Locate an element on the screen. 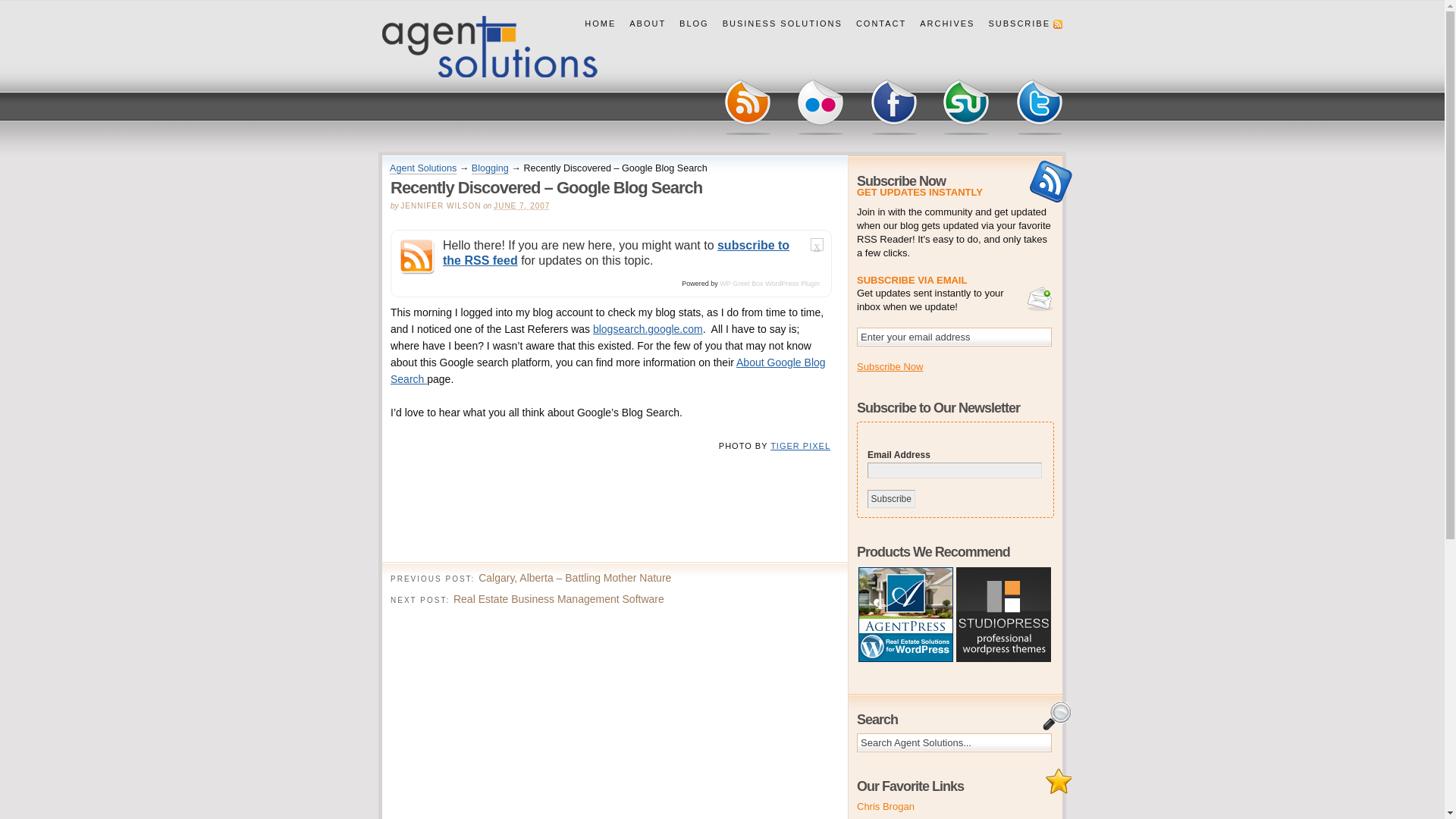  'TIGER PIXEL' is located at coordinates (770, 444).